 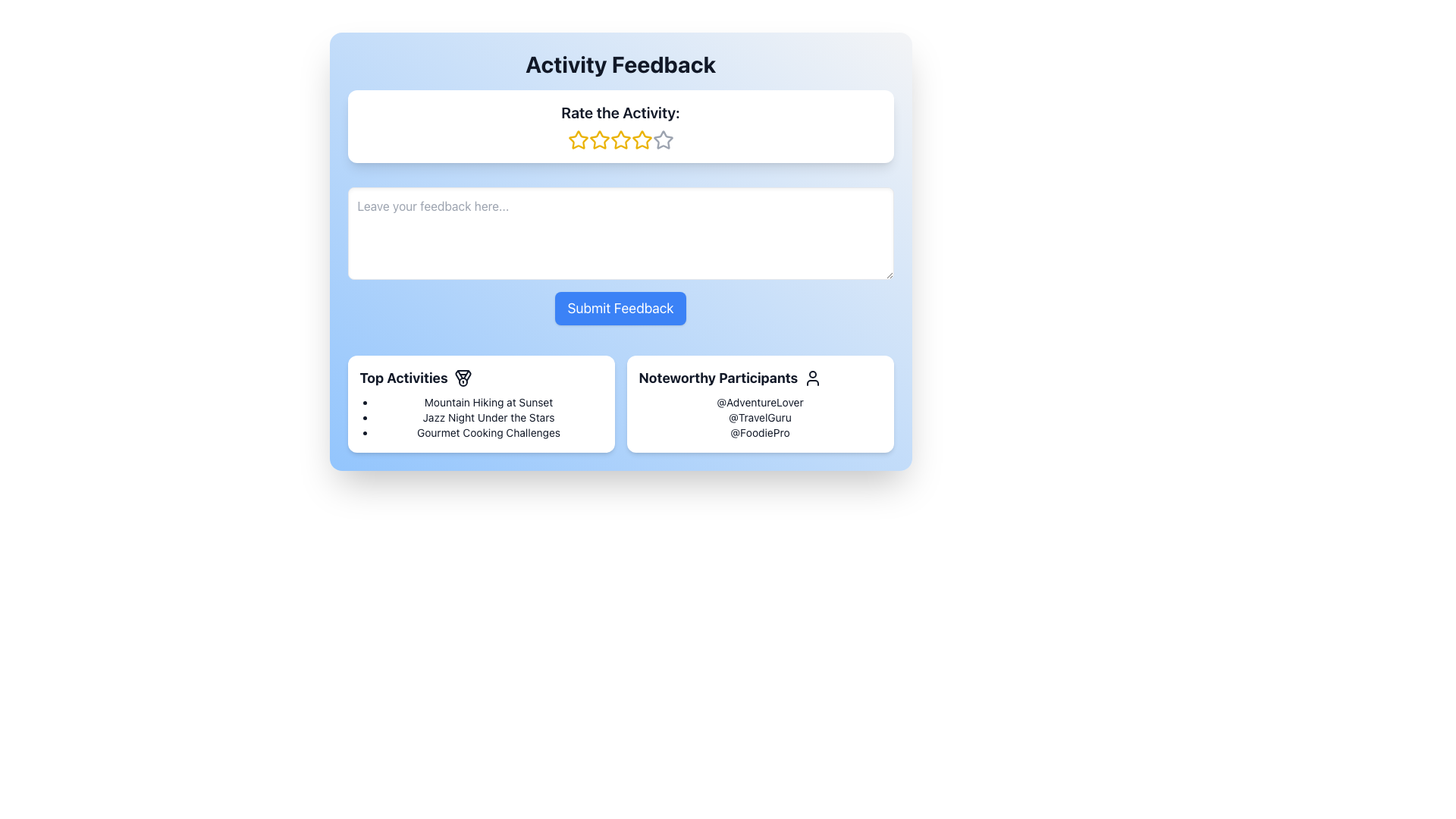 I want to click on text displayed in the 'Top Activities' list located at the bottom-left corner of the interface, beneath the 'Submit Feedback' button, so click(x=480, y=418).